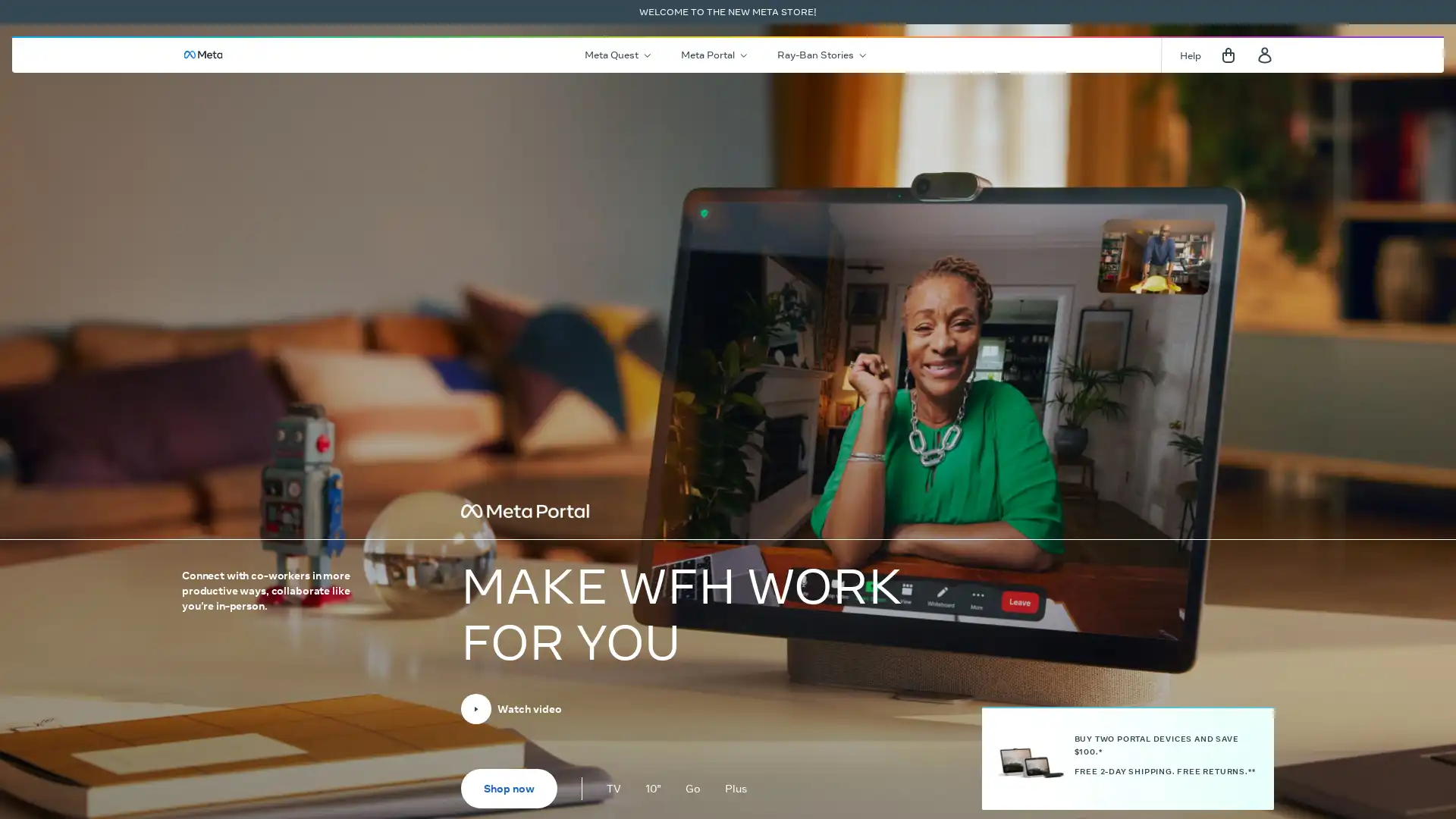 The image size is (1456, 819). Describe the element at coordinates (617, 54) in the screenshot. I see `Meta Quest` at that location.